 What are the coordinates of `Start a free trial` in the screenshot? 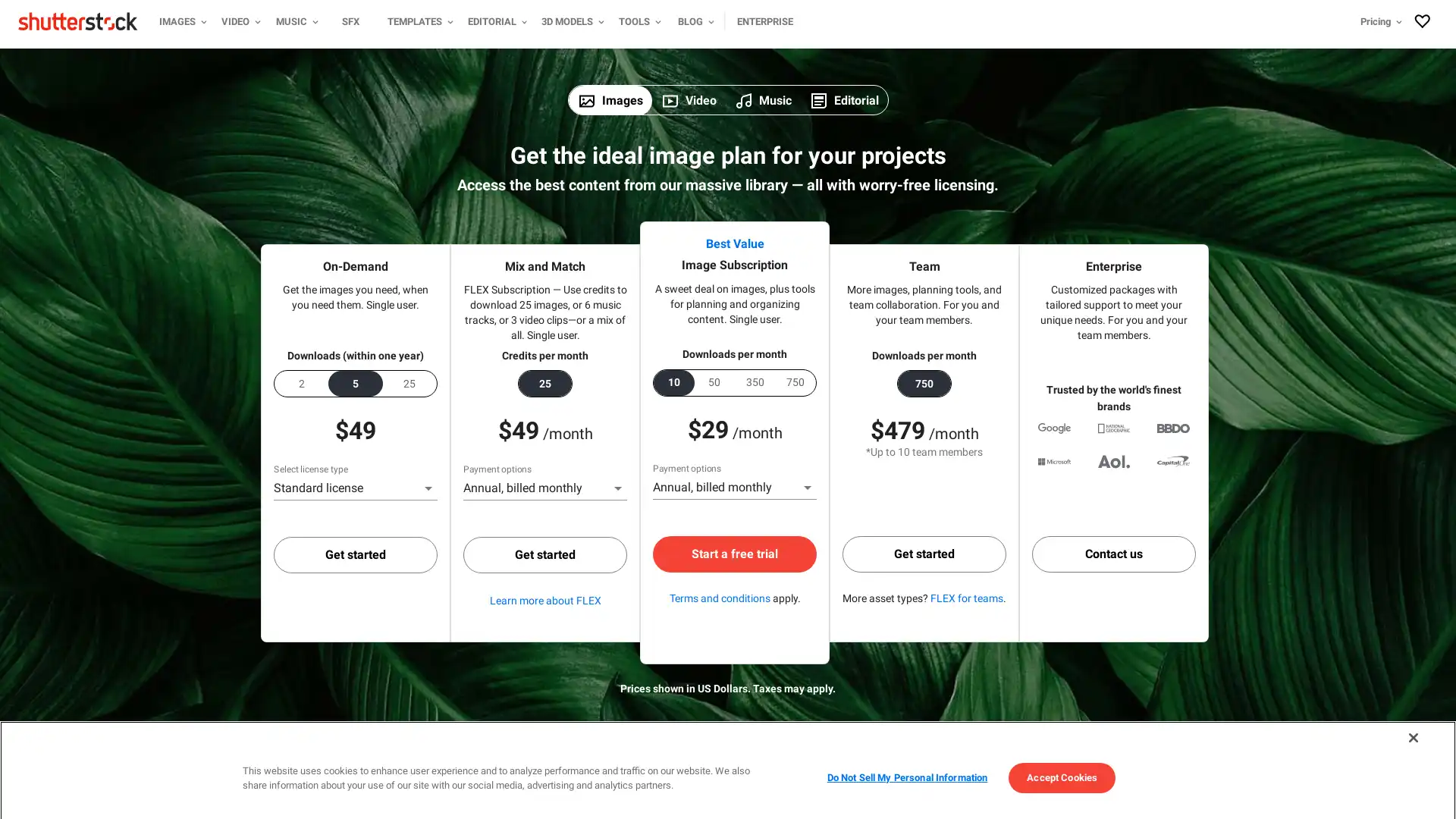 It's located at (735, 553).